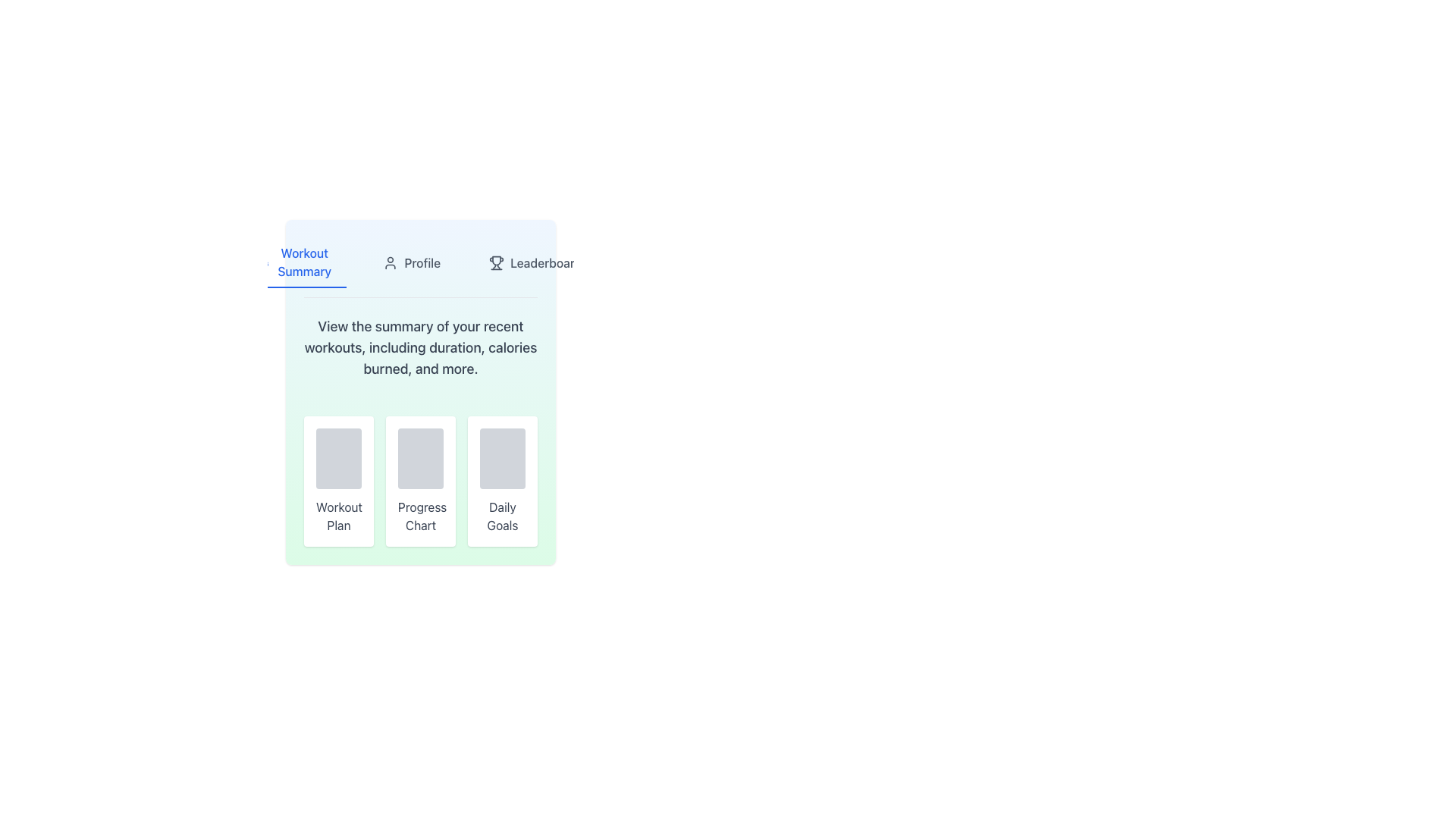 This screenshot has height=819, width=1456. I want to click on the 'Workout Summary' header text in the navigation bar, so click(303, 262).